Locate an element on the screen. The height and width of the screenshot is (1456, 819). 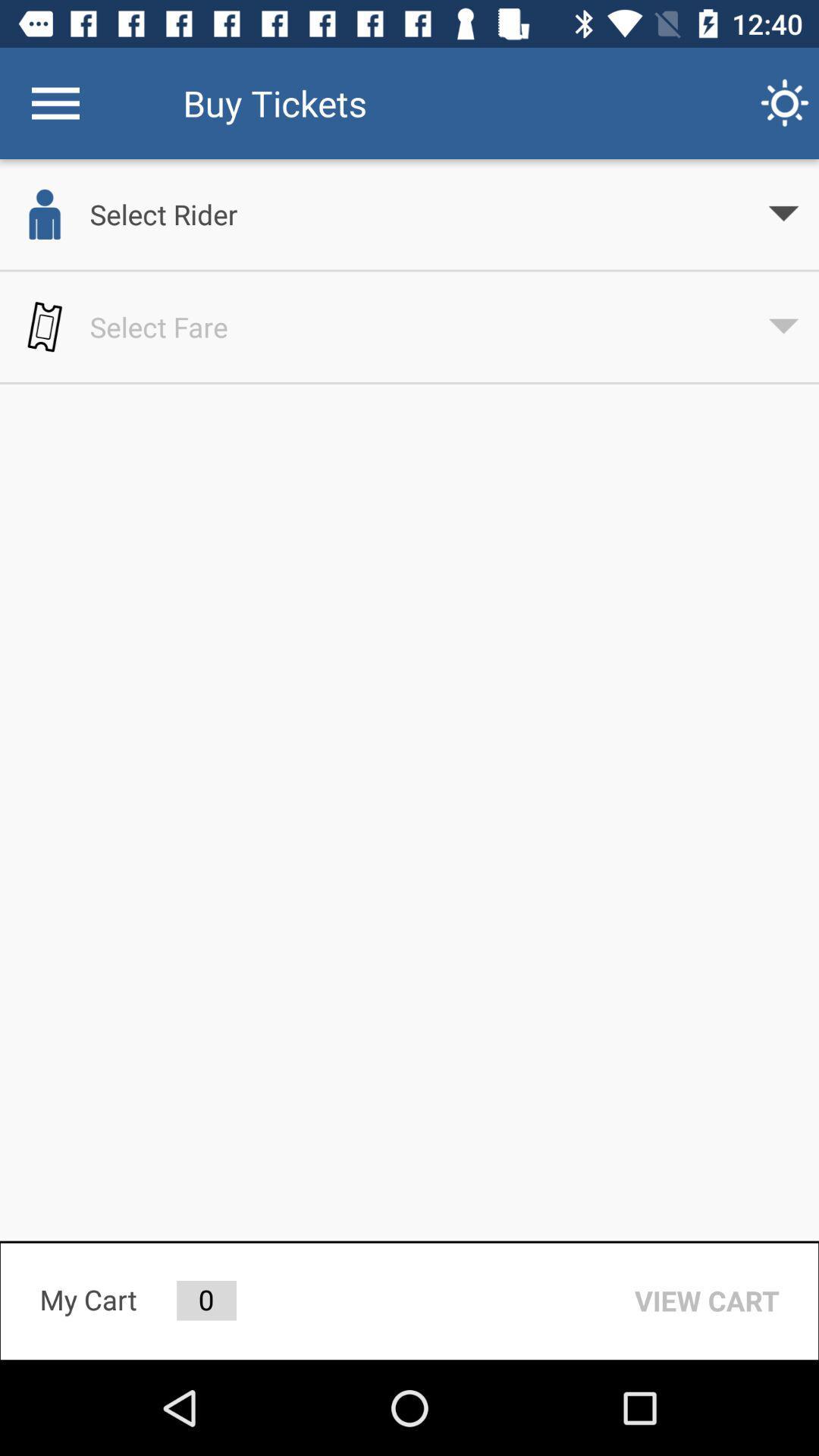
the view cart icon is located at coordinates (707, 1300).